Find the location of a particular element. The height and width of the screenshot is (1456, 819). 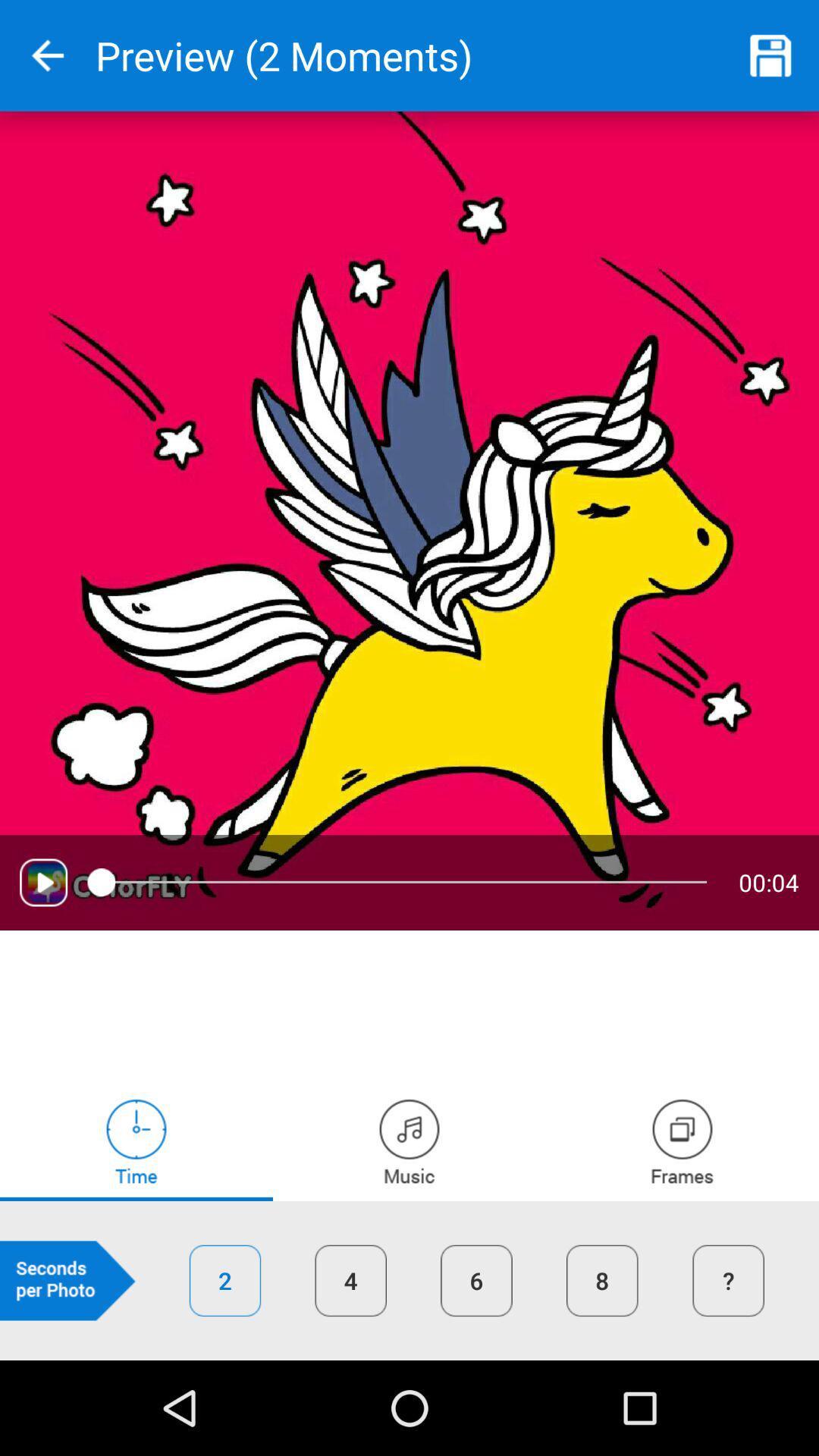

the play icon is located at coordinates (42, 882).